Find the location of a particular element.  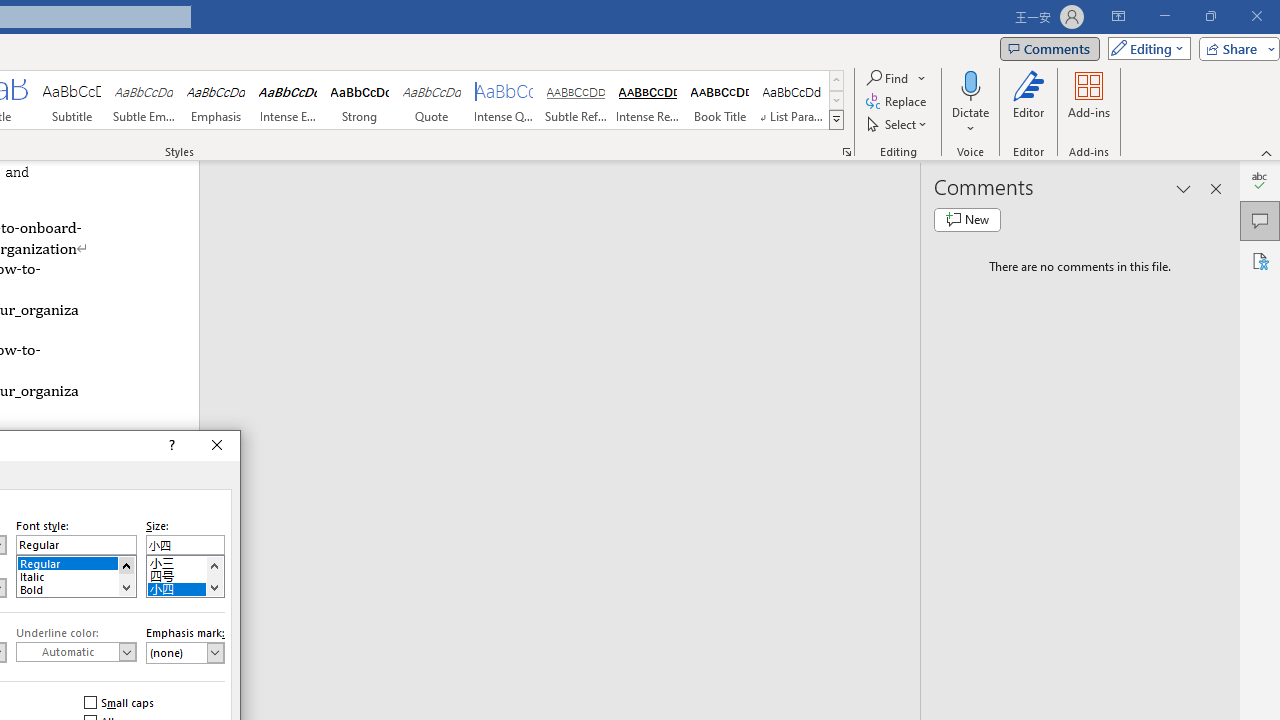

'Accessibility' is located at coordinates (1259, 260).